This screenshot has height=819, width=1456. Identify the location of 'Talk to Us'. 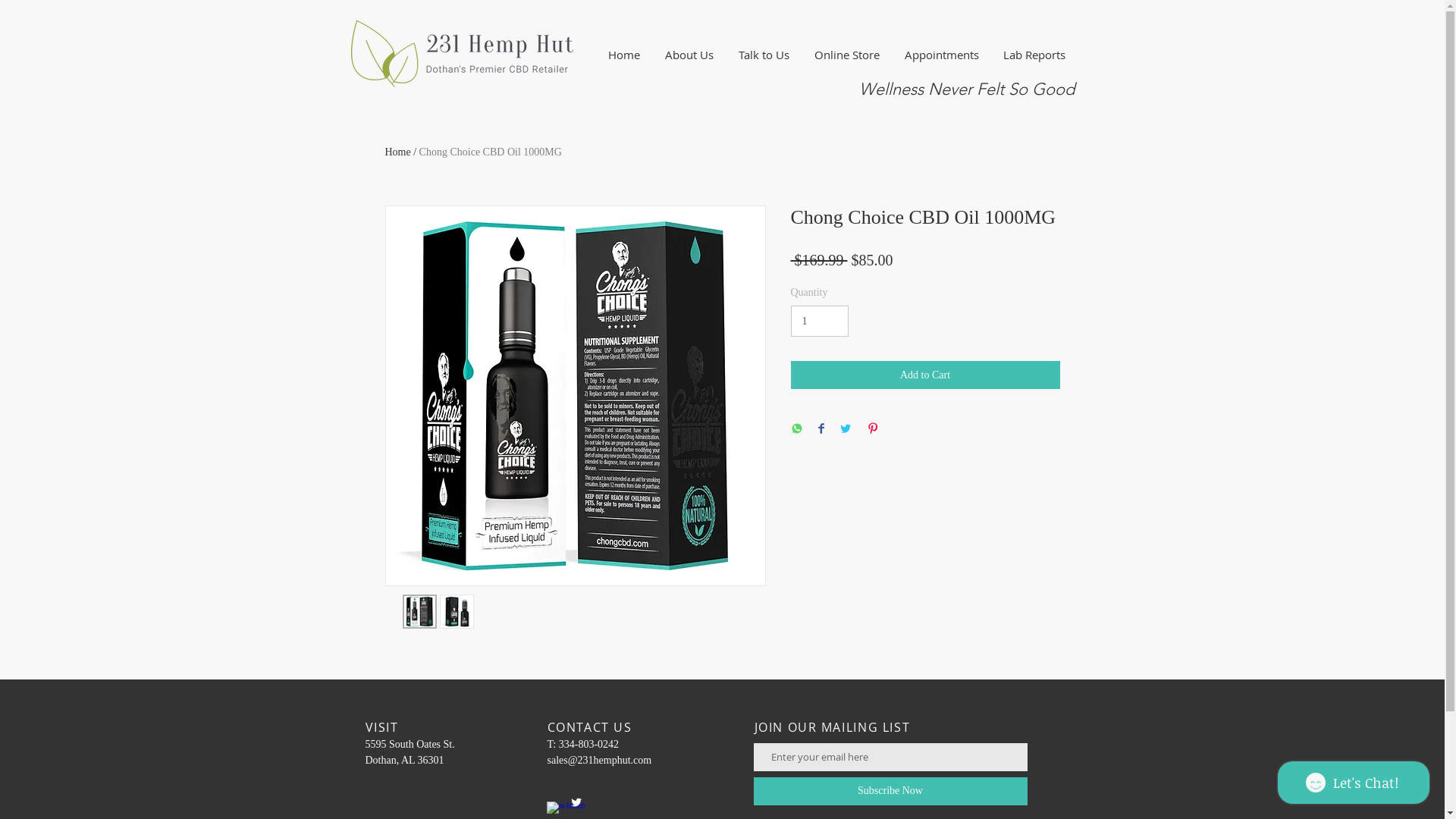
(726, 54).